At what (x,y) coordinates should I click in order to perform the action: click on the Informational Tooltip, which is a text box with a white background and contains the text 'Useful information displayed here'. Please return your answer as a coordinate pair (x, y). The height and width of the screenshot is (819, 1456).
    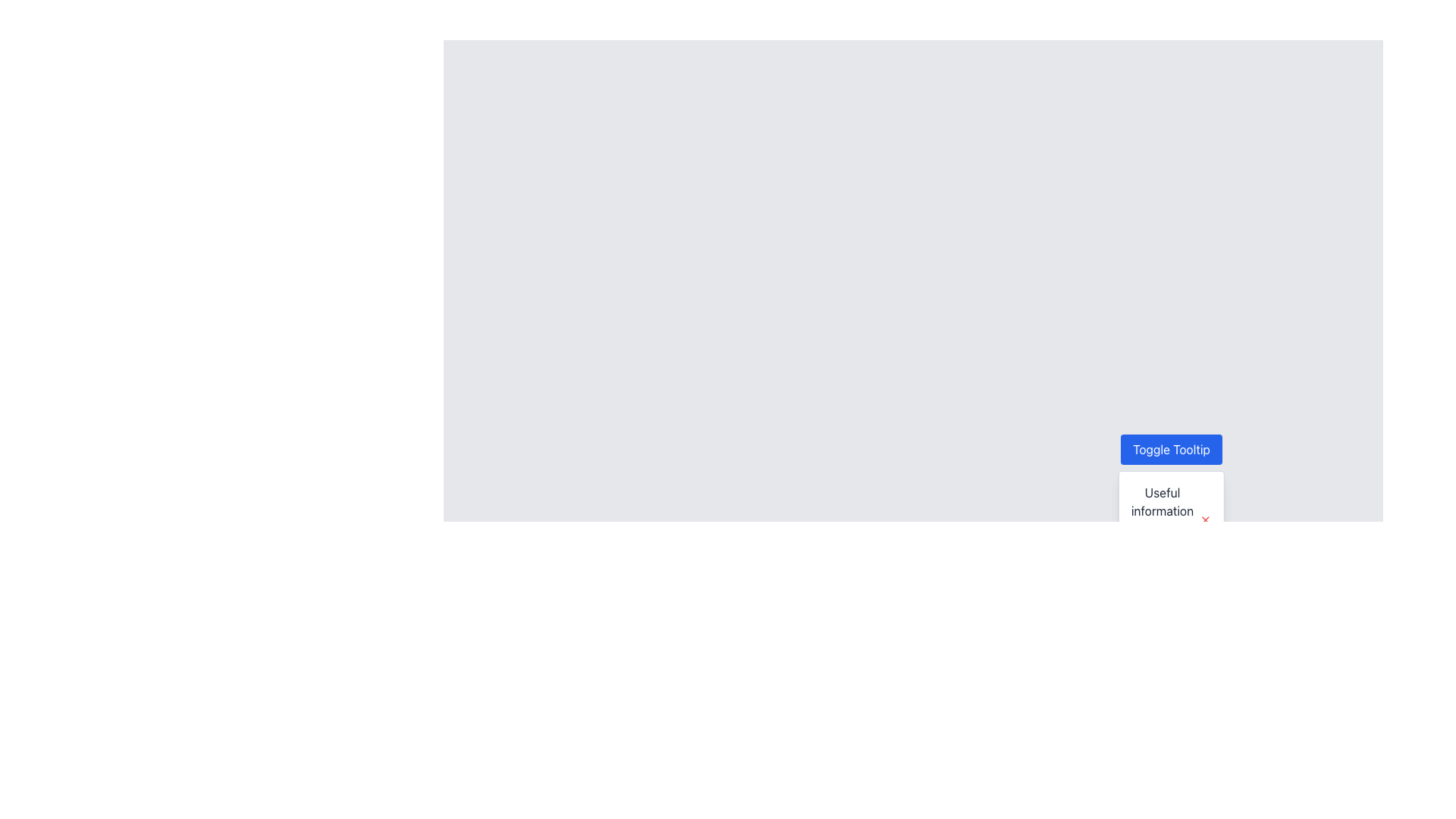
    Looking at the image, I should click on (1171, 519).